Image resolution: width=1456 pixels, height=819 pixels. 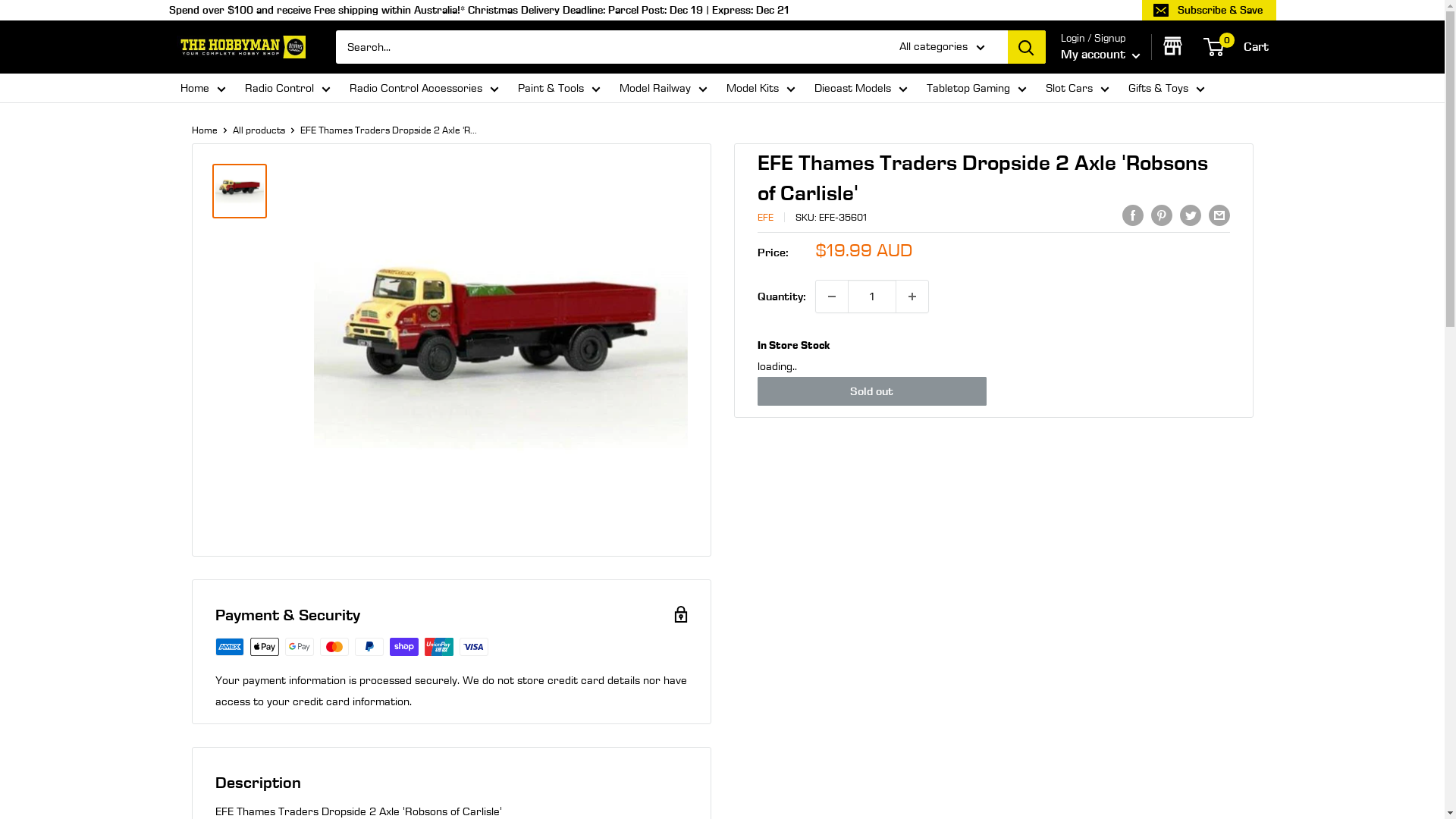 I want to click on 'Model Railway', so click(x=662, y=87).